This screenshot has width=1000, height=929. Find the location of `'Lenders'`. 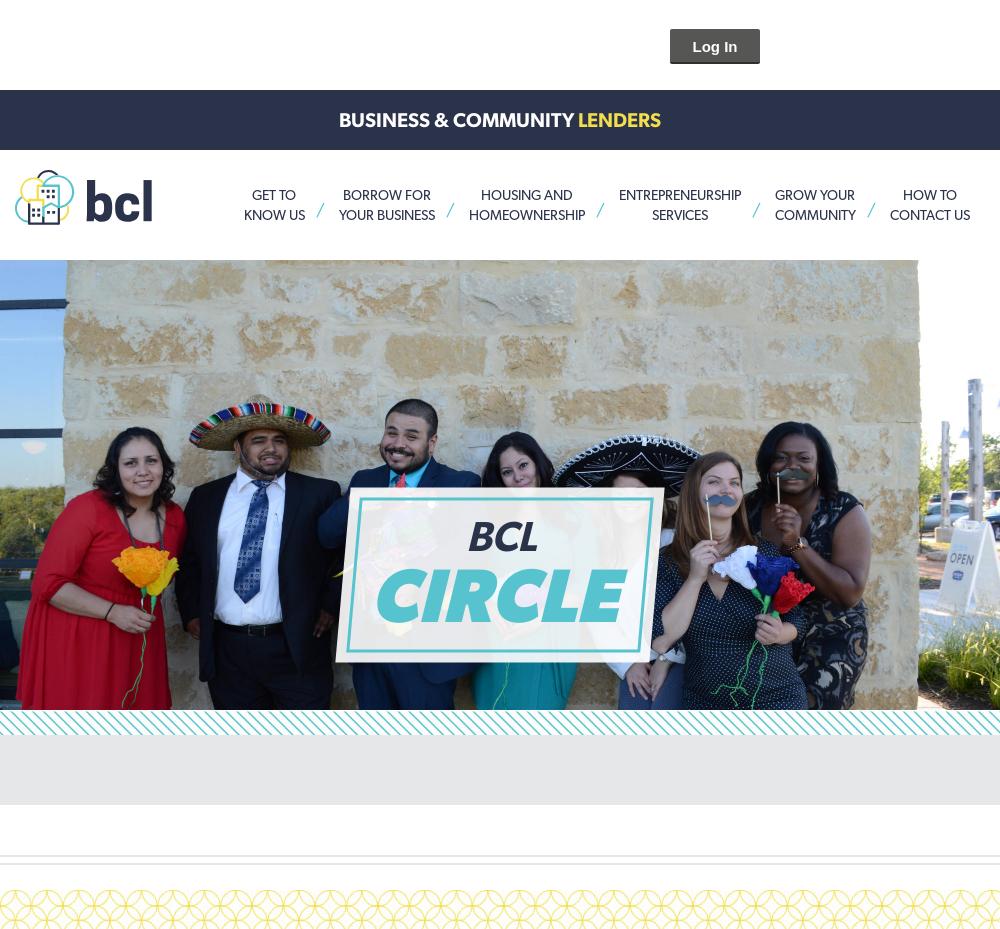

'Lenders' is located at coordinates (618, 120).